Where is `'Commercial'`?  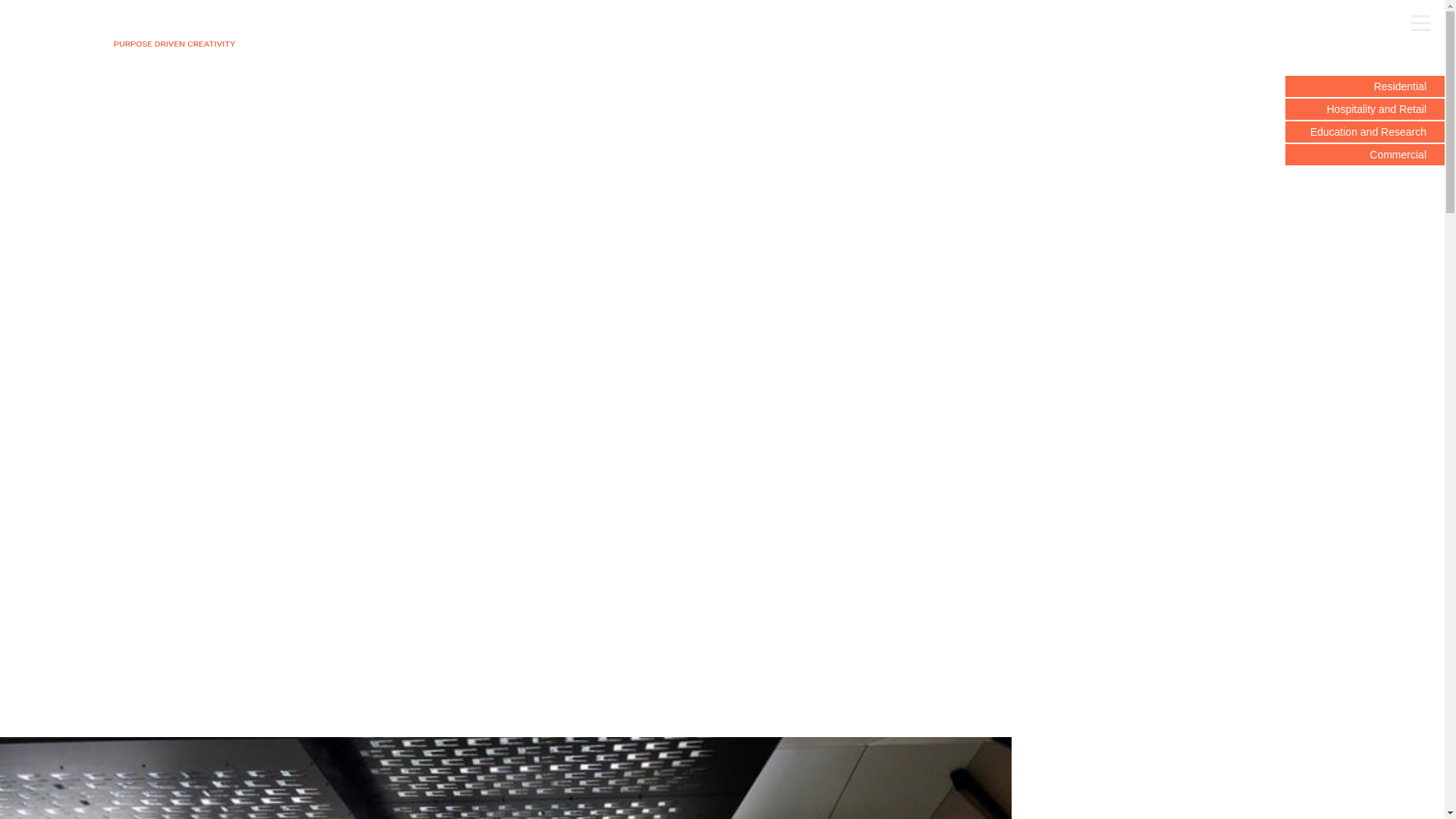 'Commercial' is located at coordinates (1365, 155).